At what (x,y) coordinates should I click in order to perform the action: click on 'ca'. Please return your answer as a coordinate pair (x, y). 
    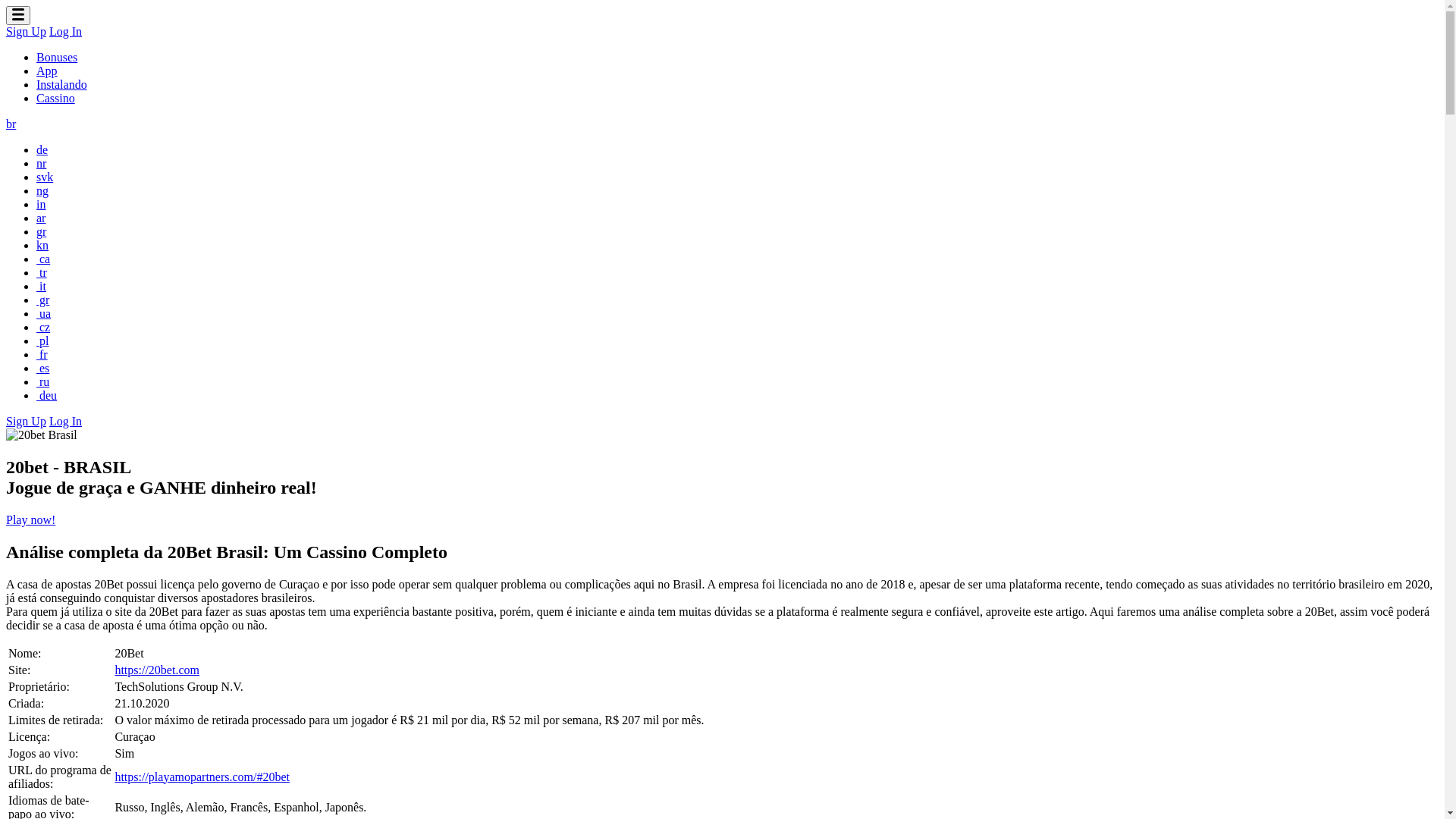
    Looking at the image, I should click on (43, 258).